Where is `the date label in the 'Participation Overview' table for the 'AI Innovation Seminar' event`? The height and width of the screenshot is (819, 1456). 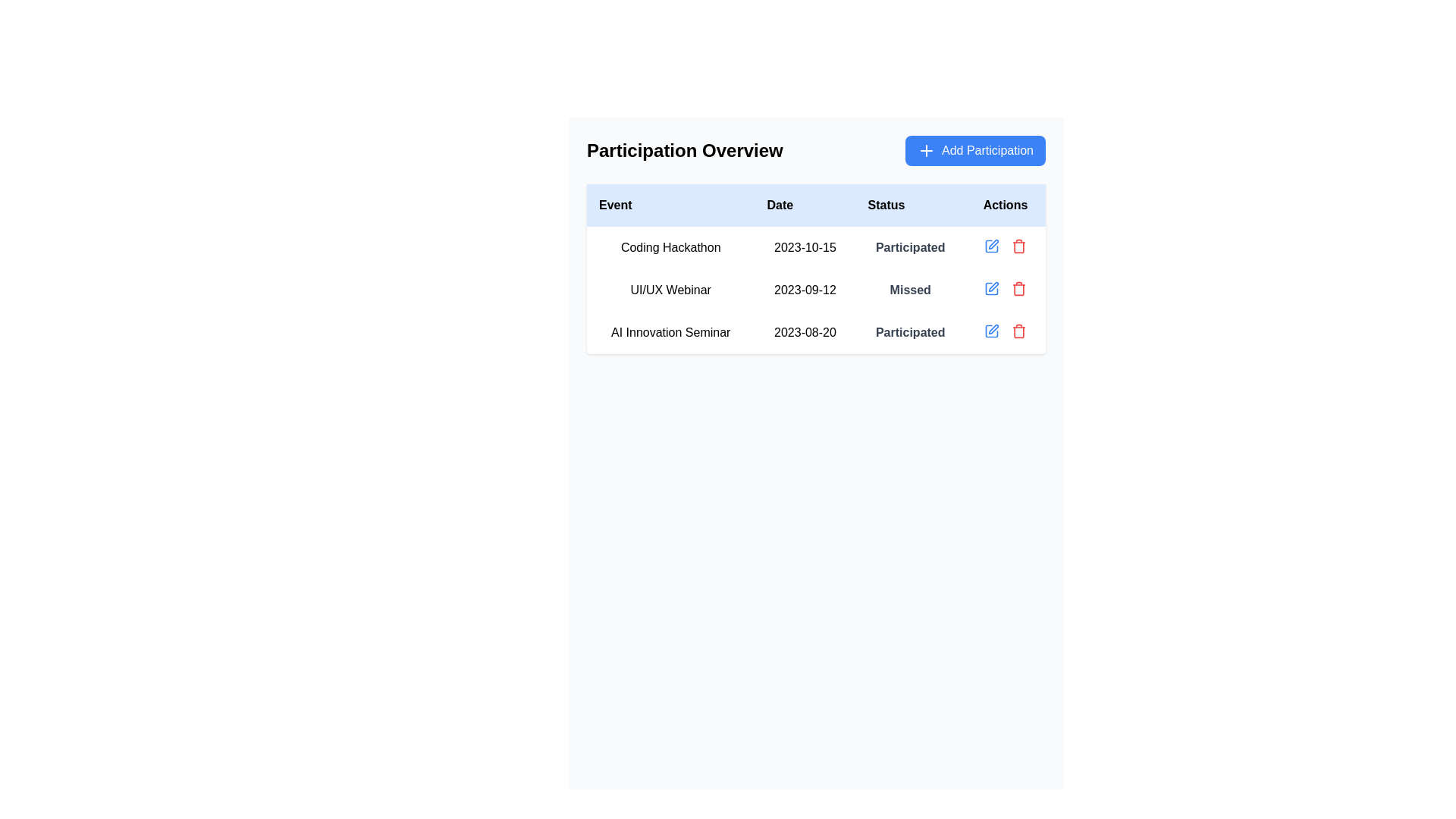
the date label in the 'Participation Overview' table for the 'AI Innovation Seminar' event is located at coordinates (804, 332).